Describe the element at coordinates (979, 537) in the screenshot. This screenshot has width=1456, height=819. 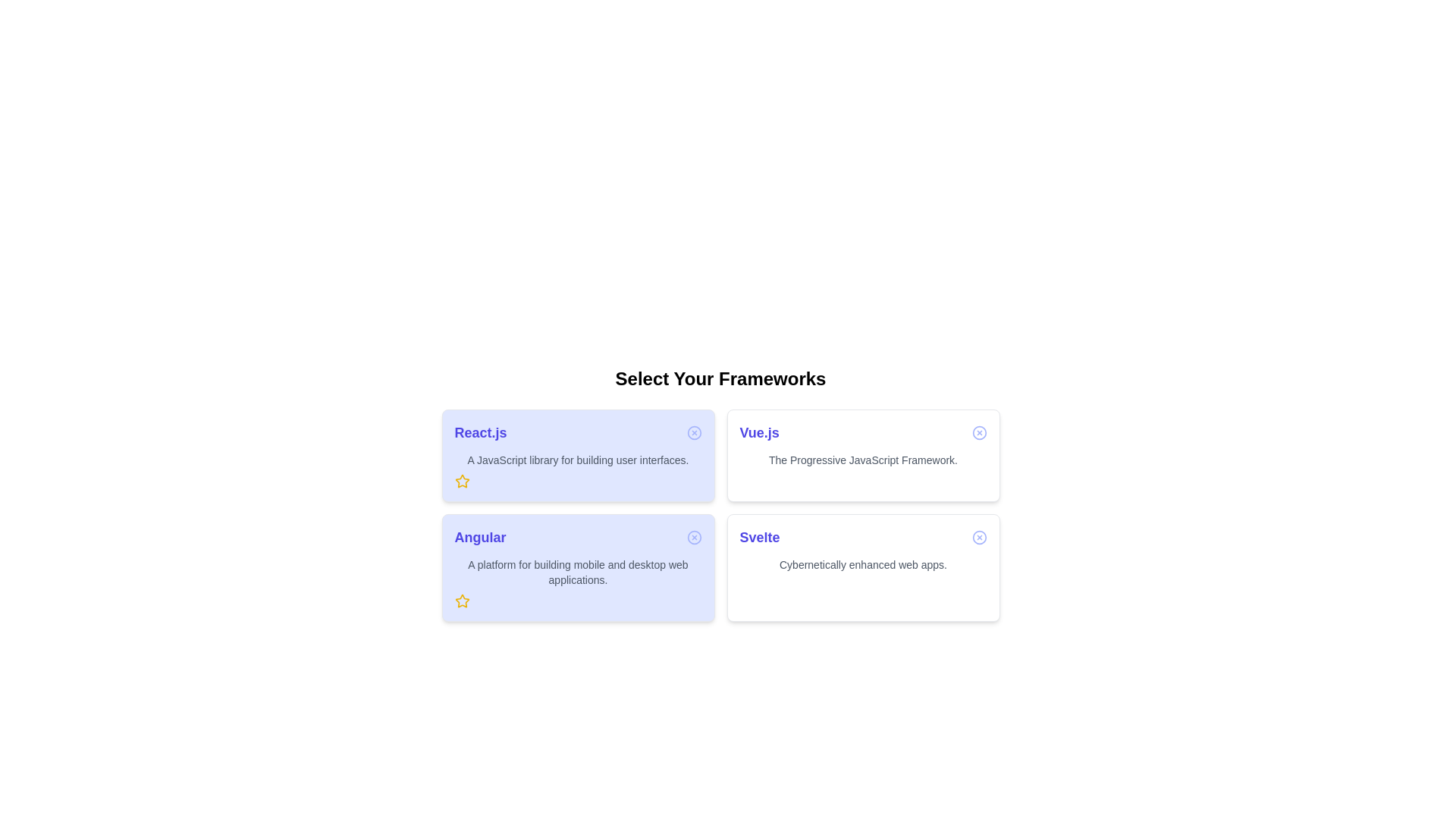
I see `close button on the chip labeled Svelte to remove it` at that location.